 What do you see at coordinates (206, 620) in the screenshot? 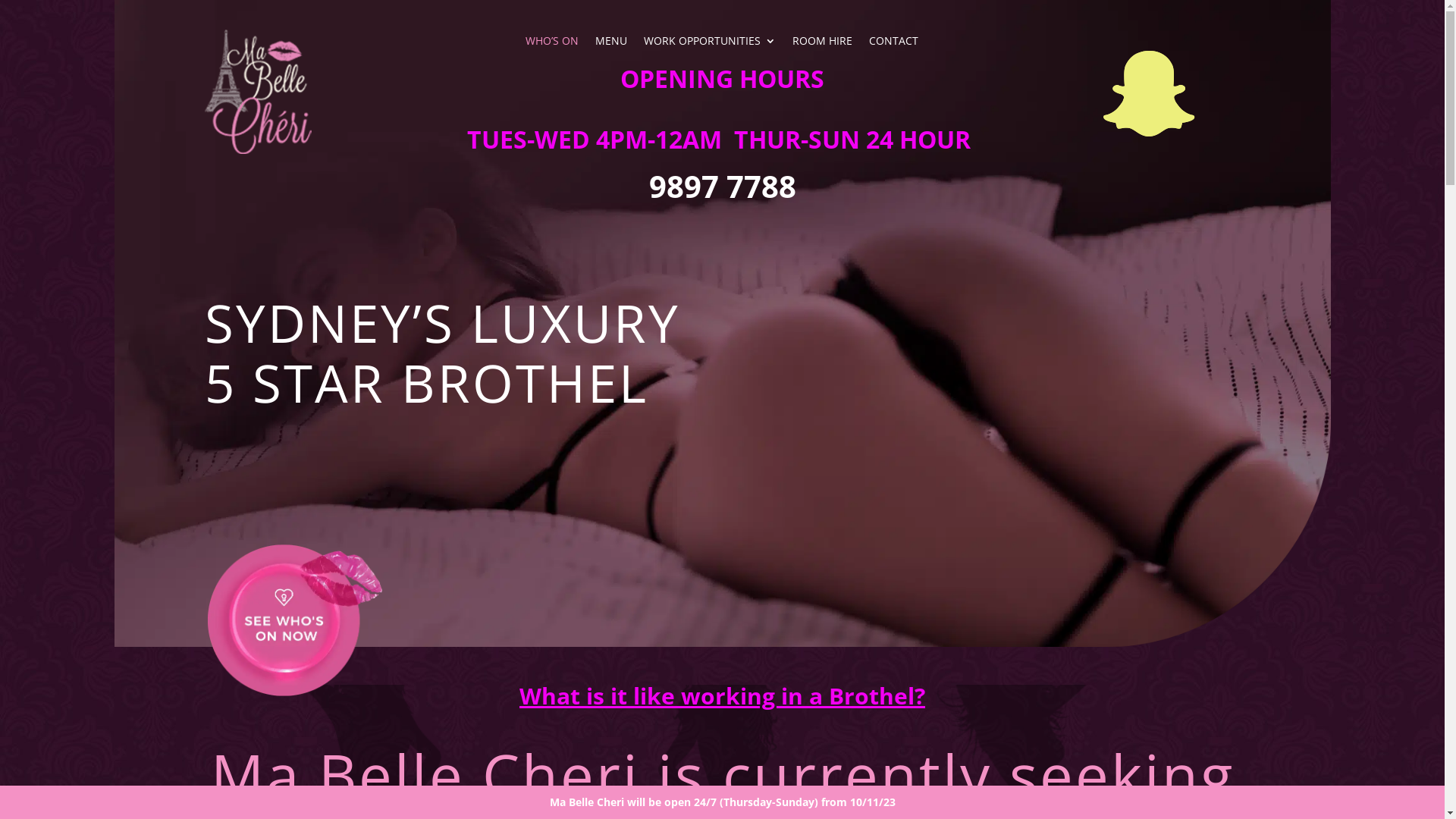
I see `'whos-on-button'` at bounding box center [206, 620].